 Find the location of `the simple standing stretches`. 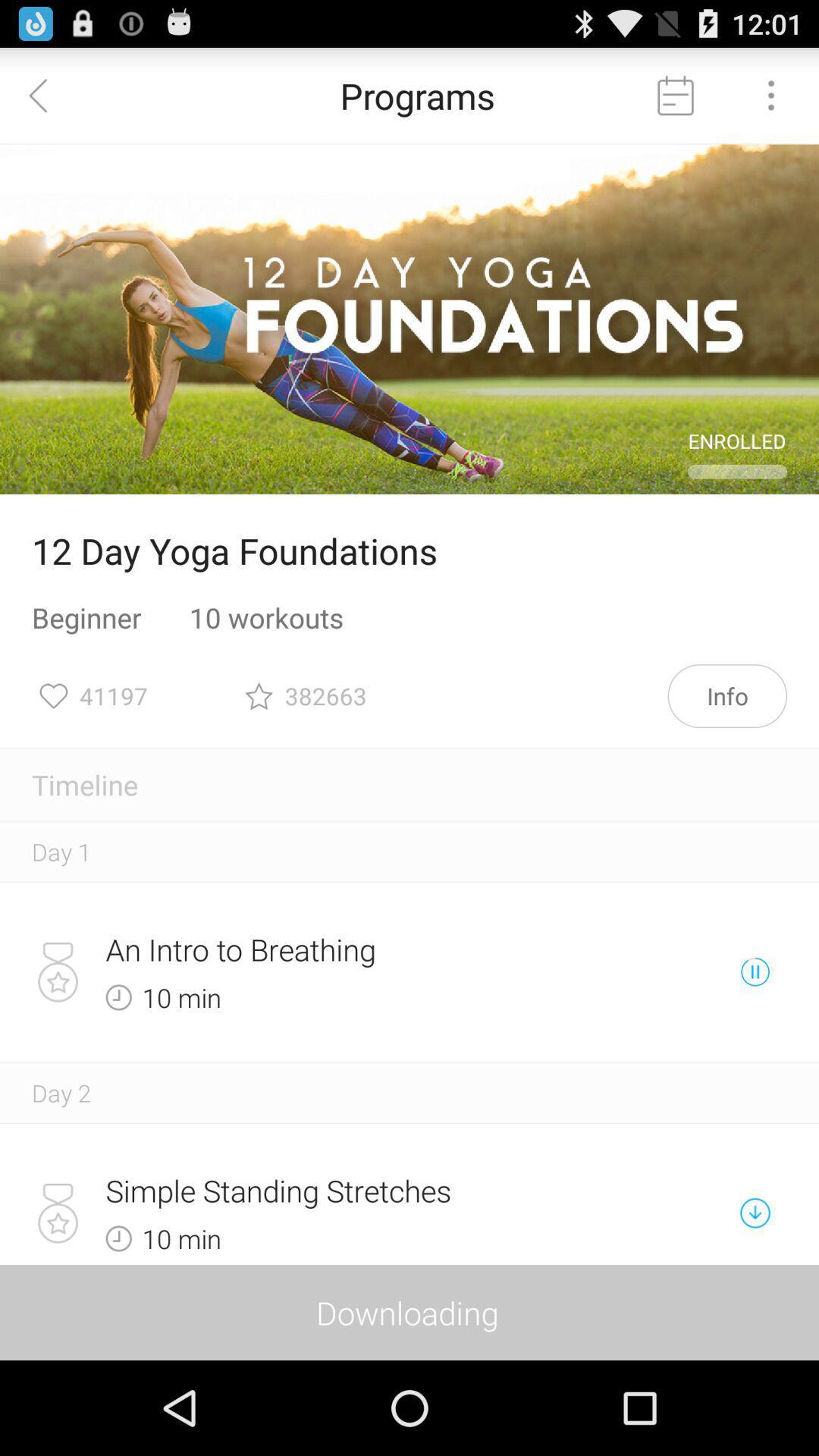

the simple standing stretches is located at coordinates (356, 1190).